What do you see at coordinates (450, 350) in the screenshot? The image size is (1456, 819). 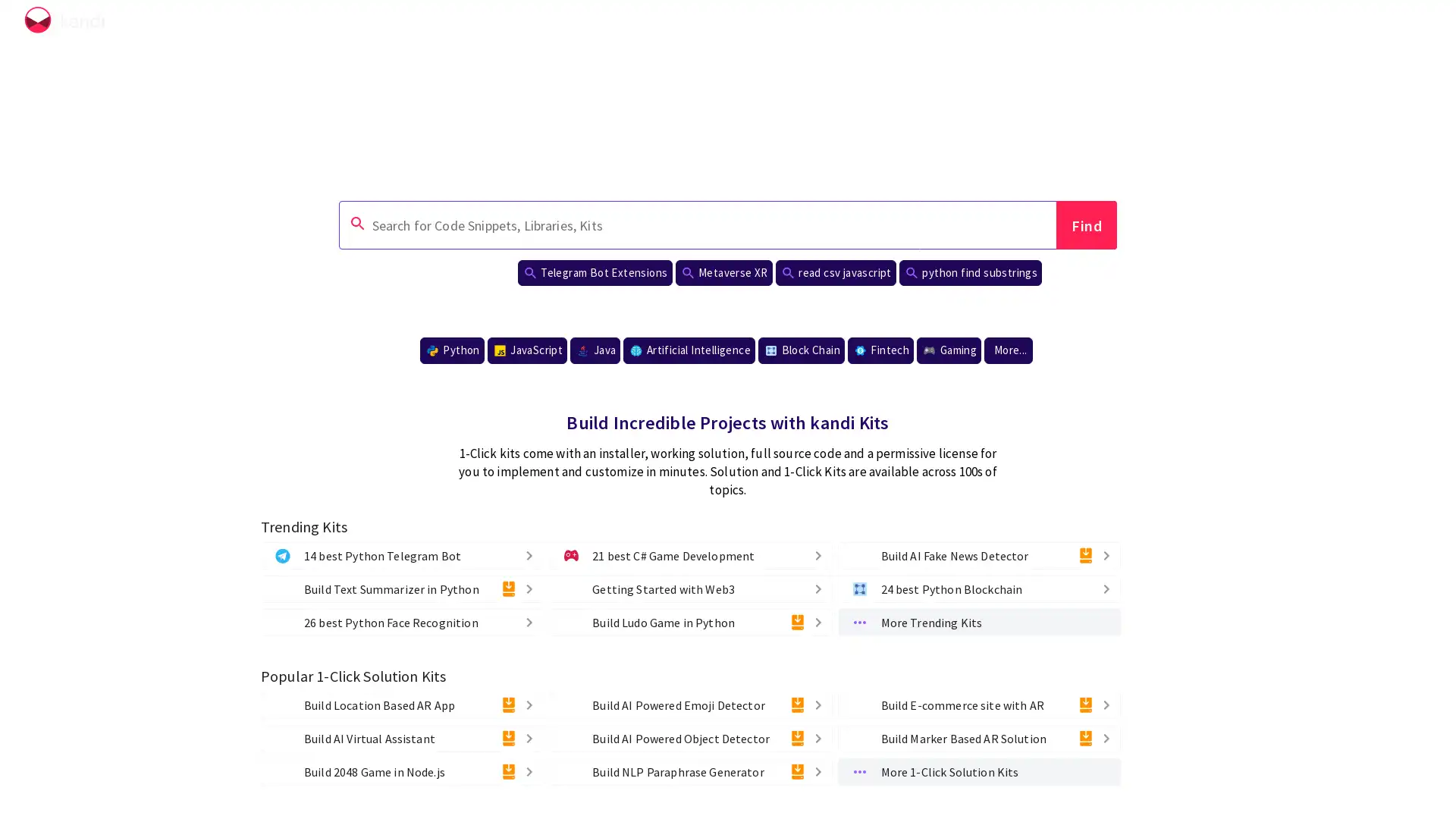 I see `python icon Python` at bounding box center [450, 350].